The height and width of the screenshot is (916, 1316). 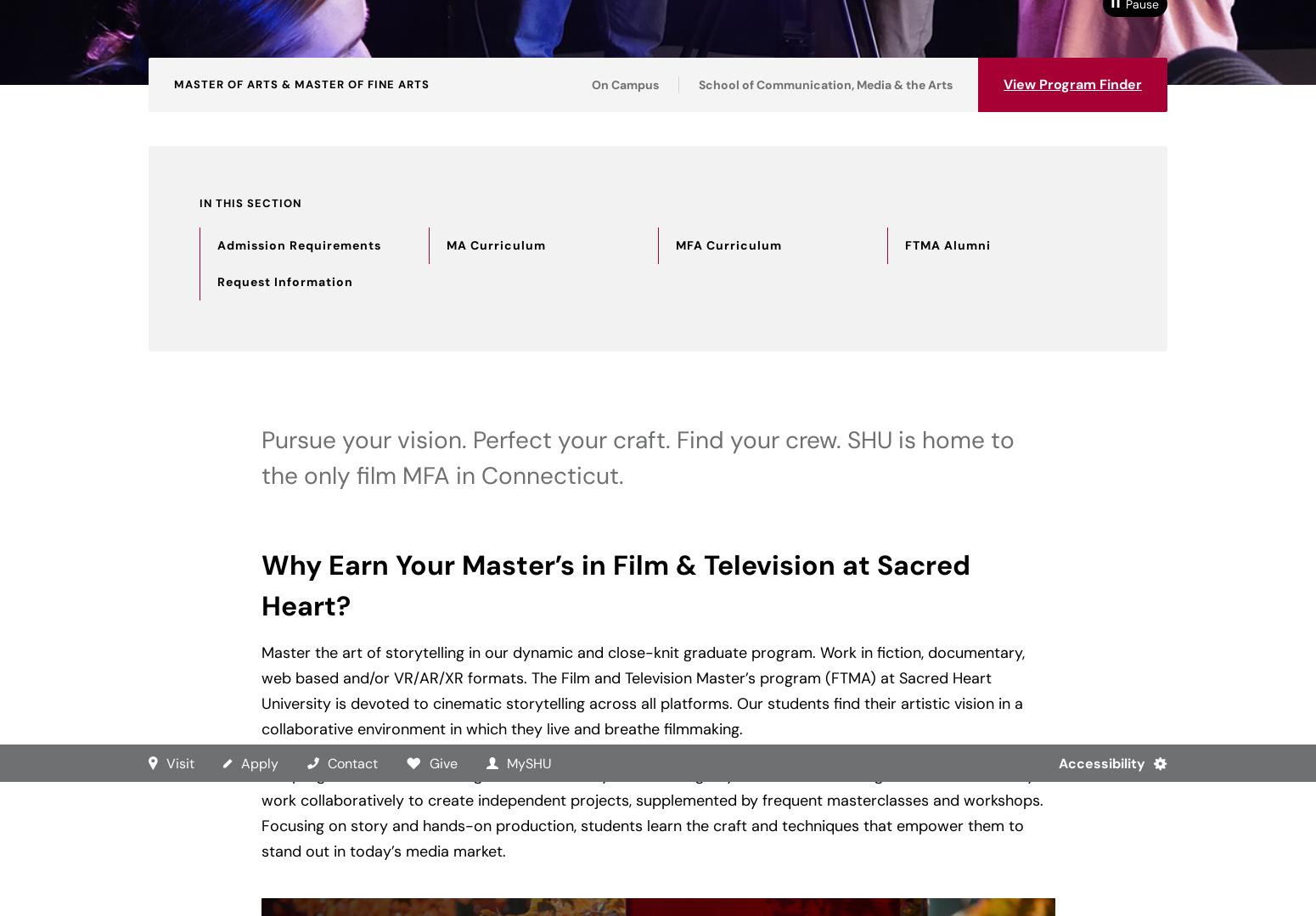 I want to click on 'Give', so click(x=442, y=762).